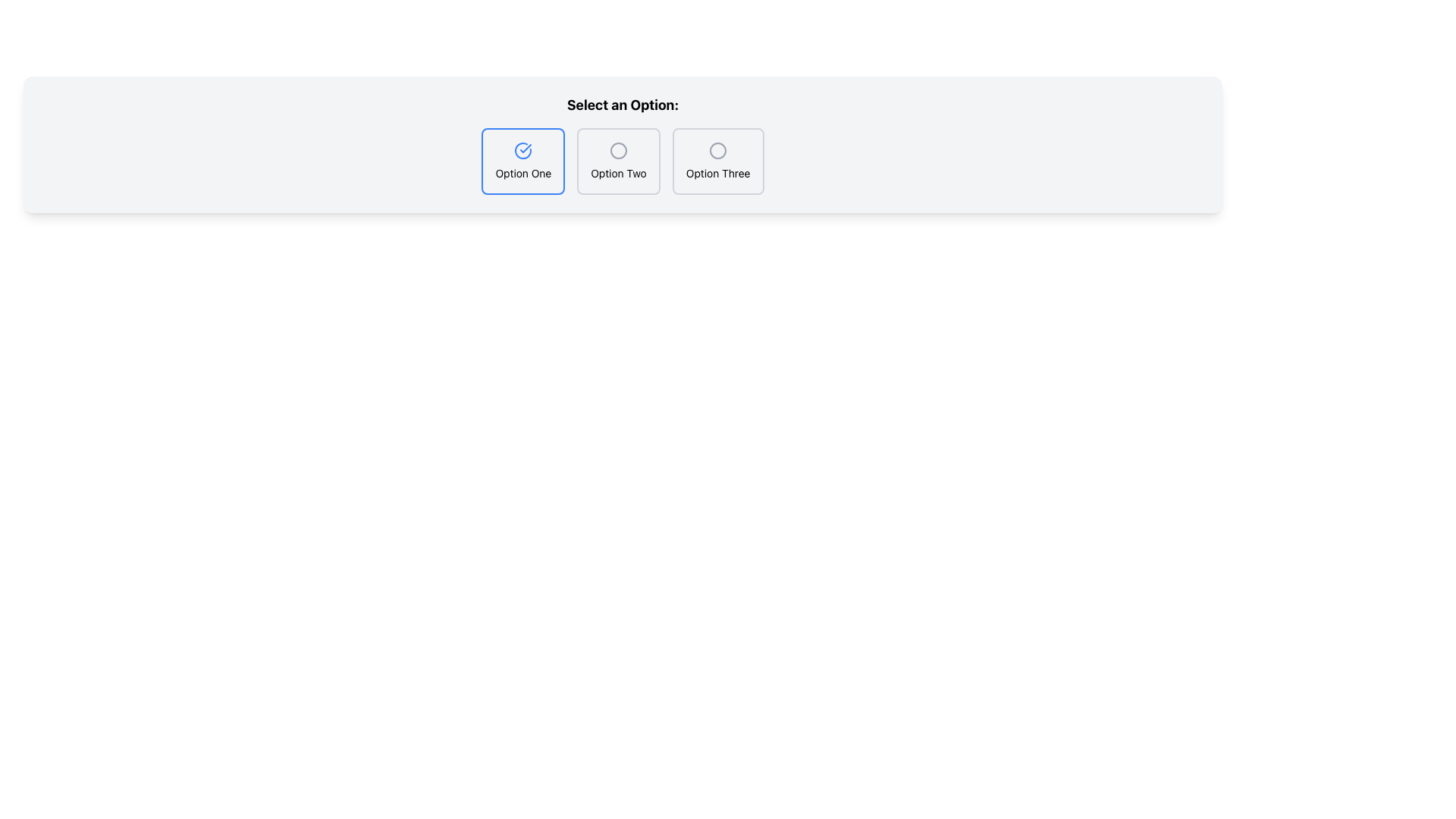  Describe the element at coordinates (717, 151) in the screenshot. I see `the circular icon with a gray border that serves as a selection marker for 'Option Three' under the 'Select an Option:' header` at that location.